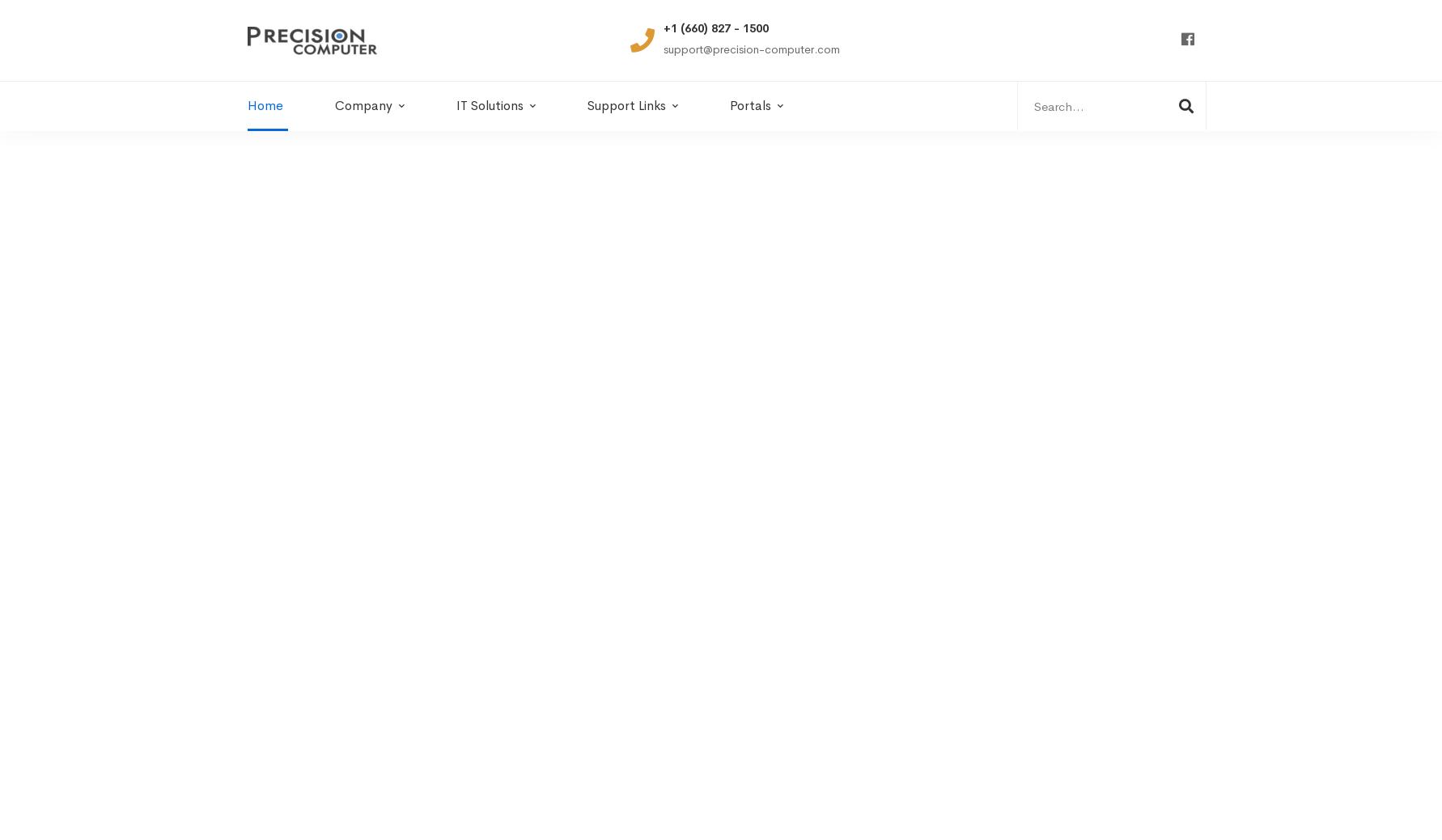 The height and width of the screenshot is (840, 1442). I want to click on 'dedicated', so click(317, 638).